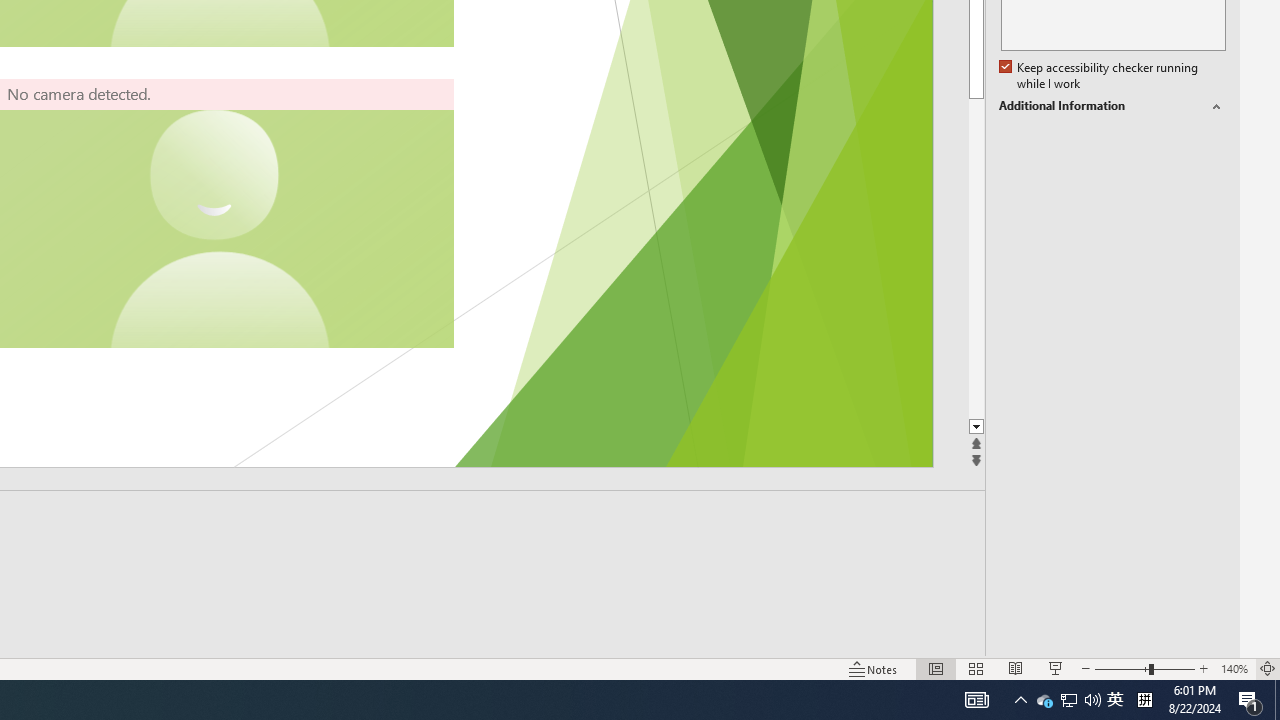 The height and width of the screenshot is (720, 1280). I want to click on 'Keep accessibility checker running while I work', so click(1099, 75).